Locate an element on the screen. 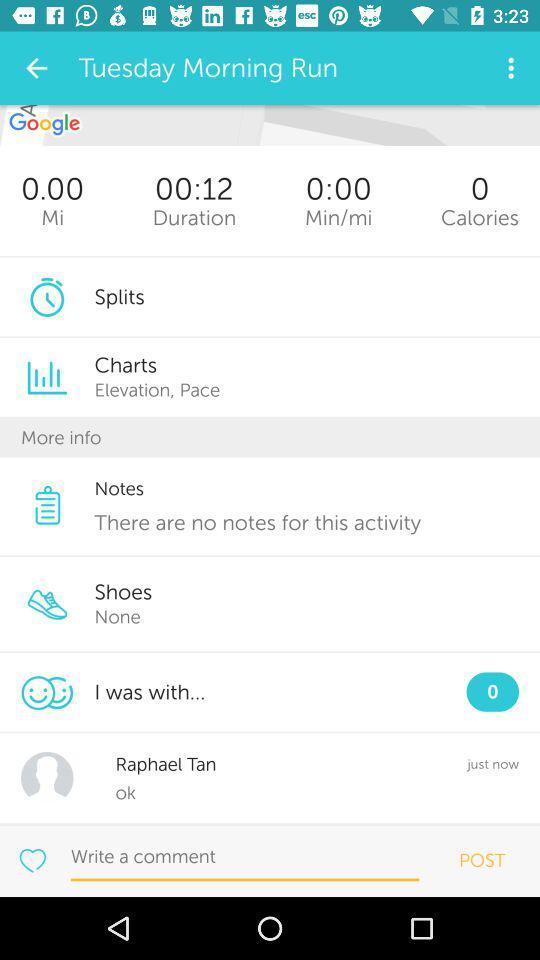 The width and height of the screenshot is (540, 960). icon next to the 0:00 is located at coordinates (194, 217).